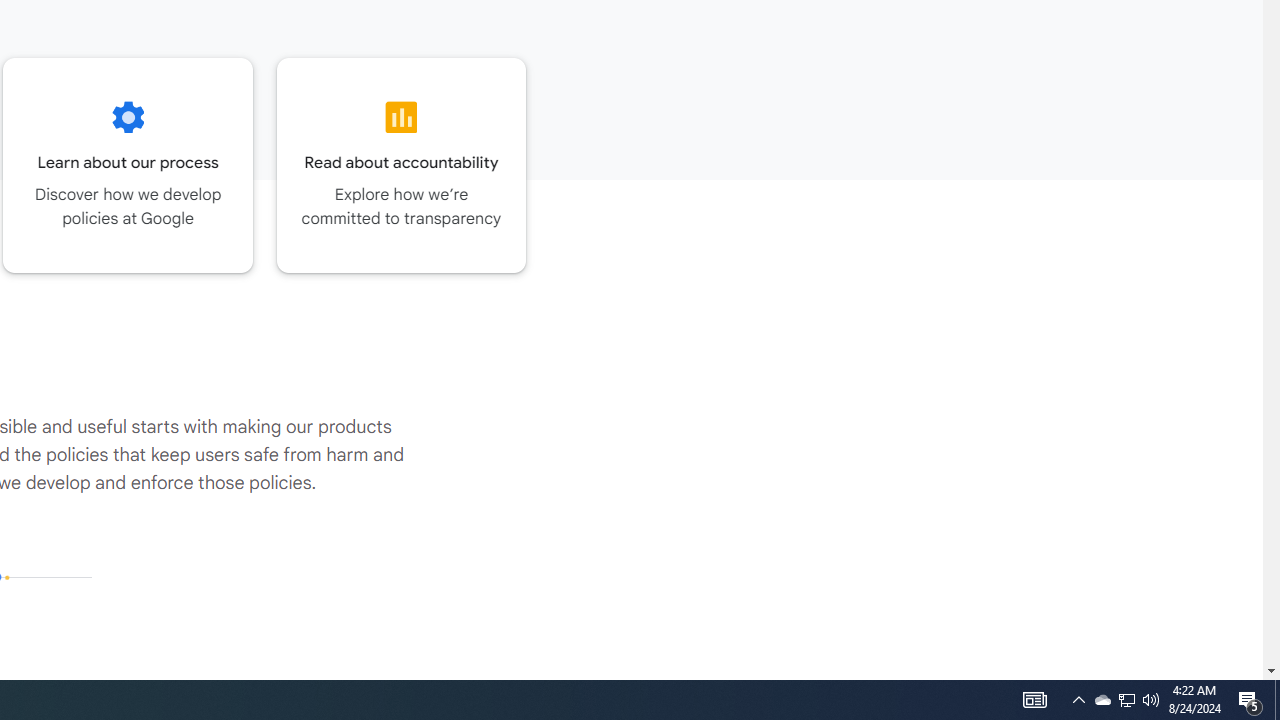  I want to click on 'Go to the Our process page', so click(127, 164).